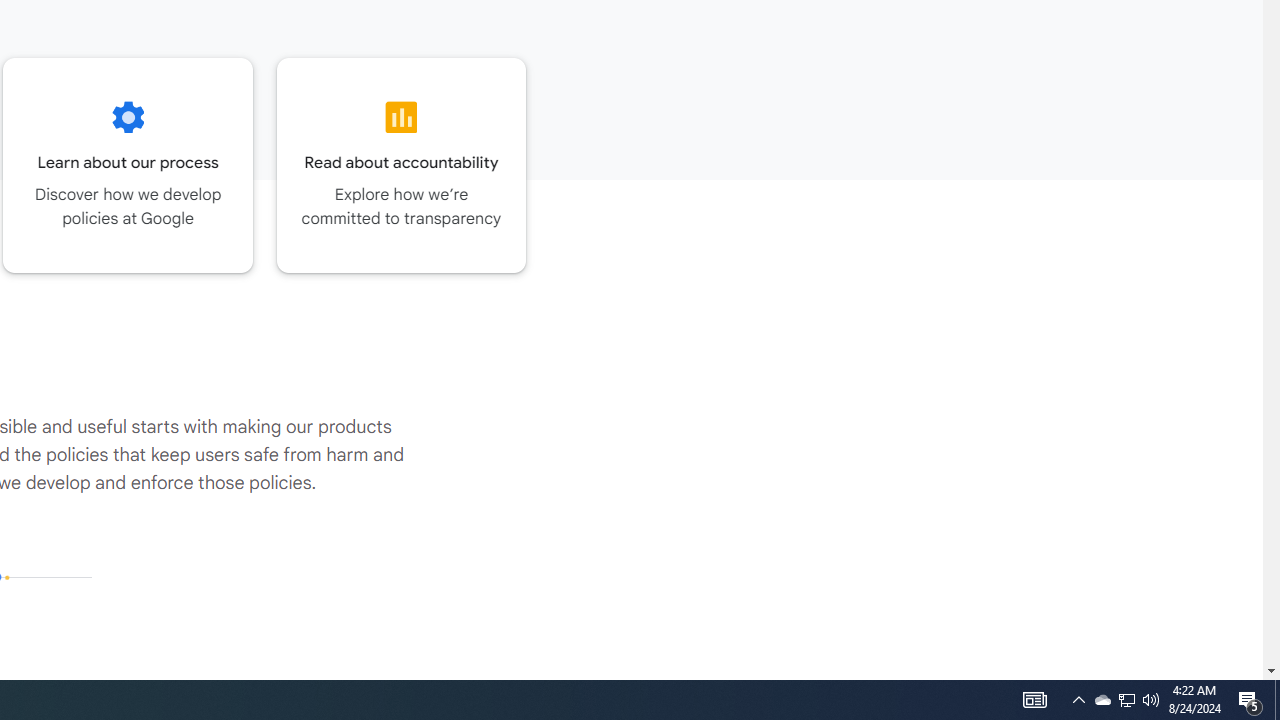  I want to click on 'Go to the Our process page', so click(127, 164).